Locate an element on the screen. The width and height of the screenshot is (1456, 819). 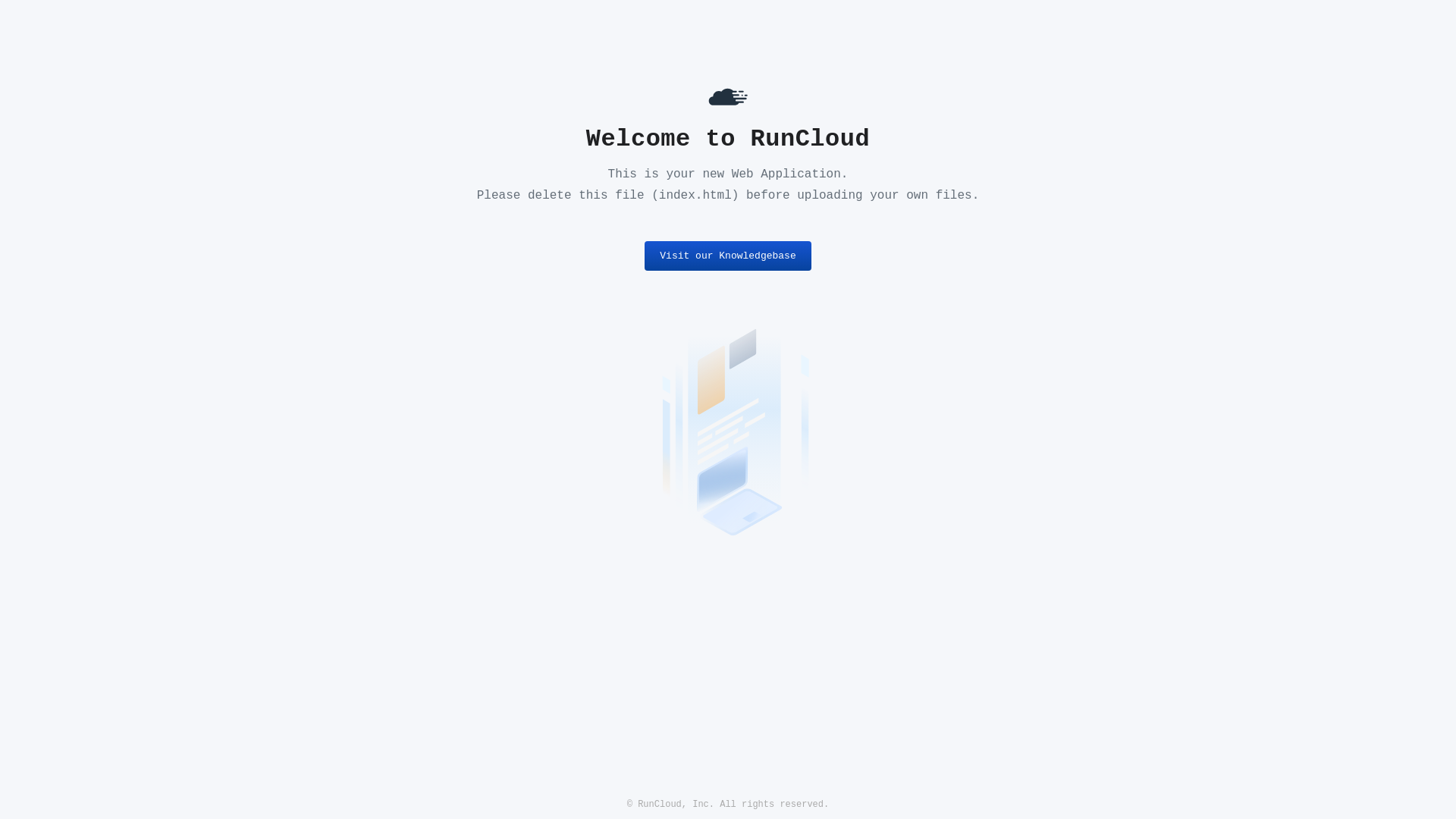
'Visit our Knowledgebase' is located at coordinates (726, 255).